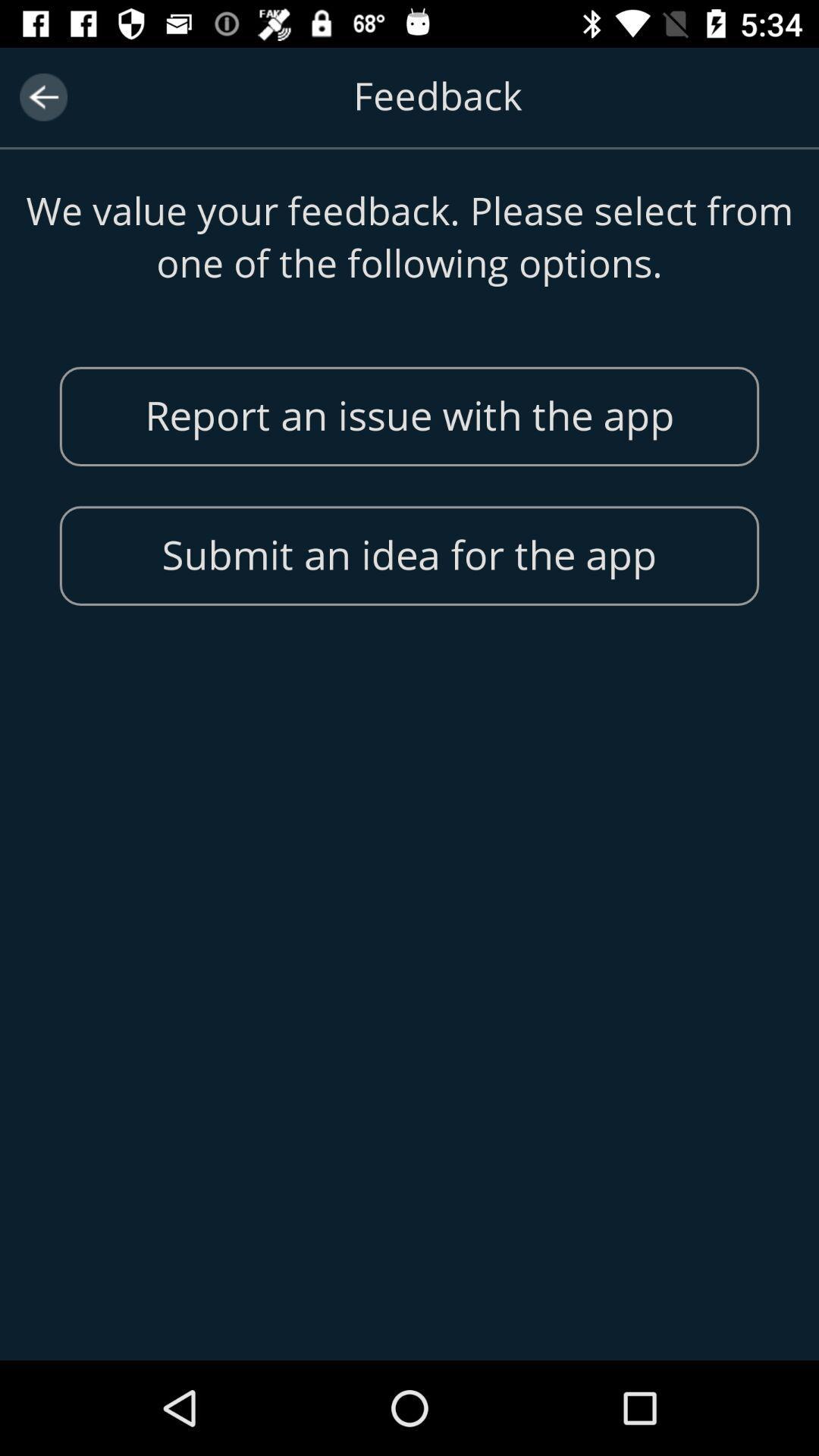 The height and width of the screenshot is (1456, 819). I want to click on the arrow_backward icon, so click(42, 96).